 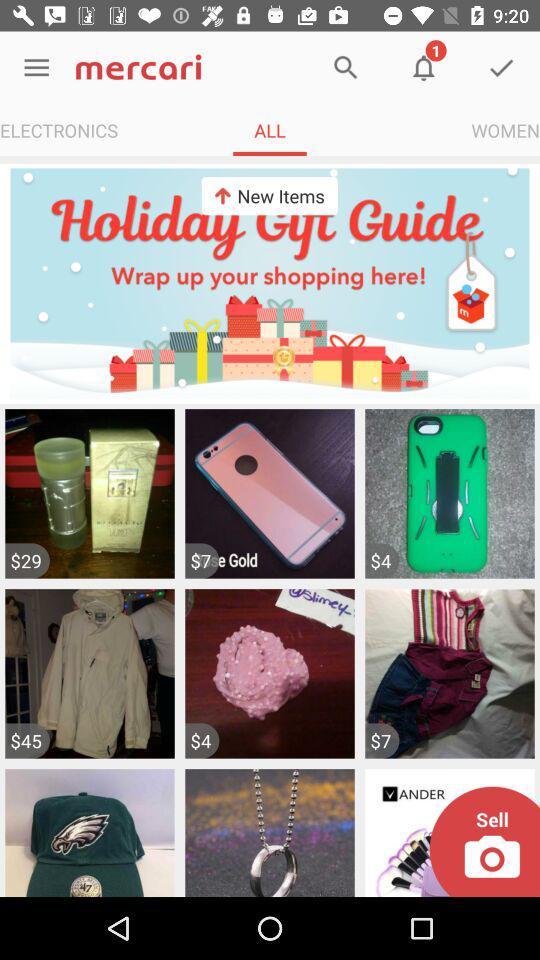 I want to click on new items, so click(x=269, y=196).